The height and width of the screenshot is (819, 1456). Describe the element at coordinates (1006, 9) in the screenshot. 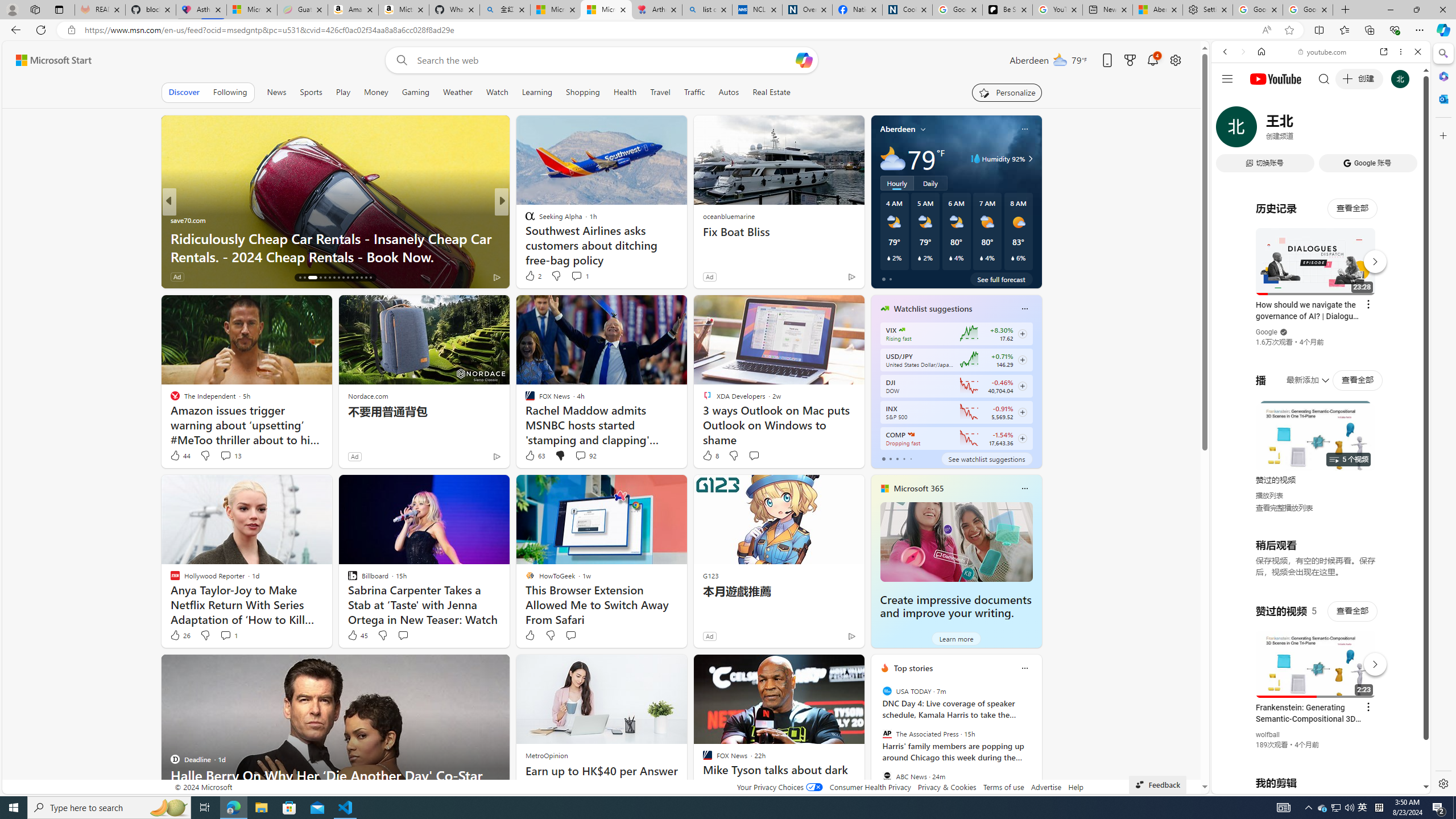

I see `'Be Smart | creating Science videos | Patreon'` at that location.